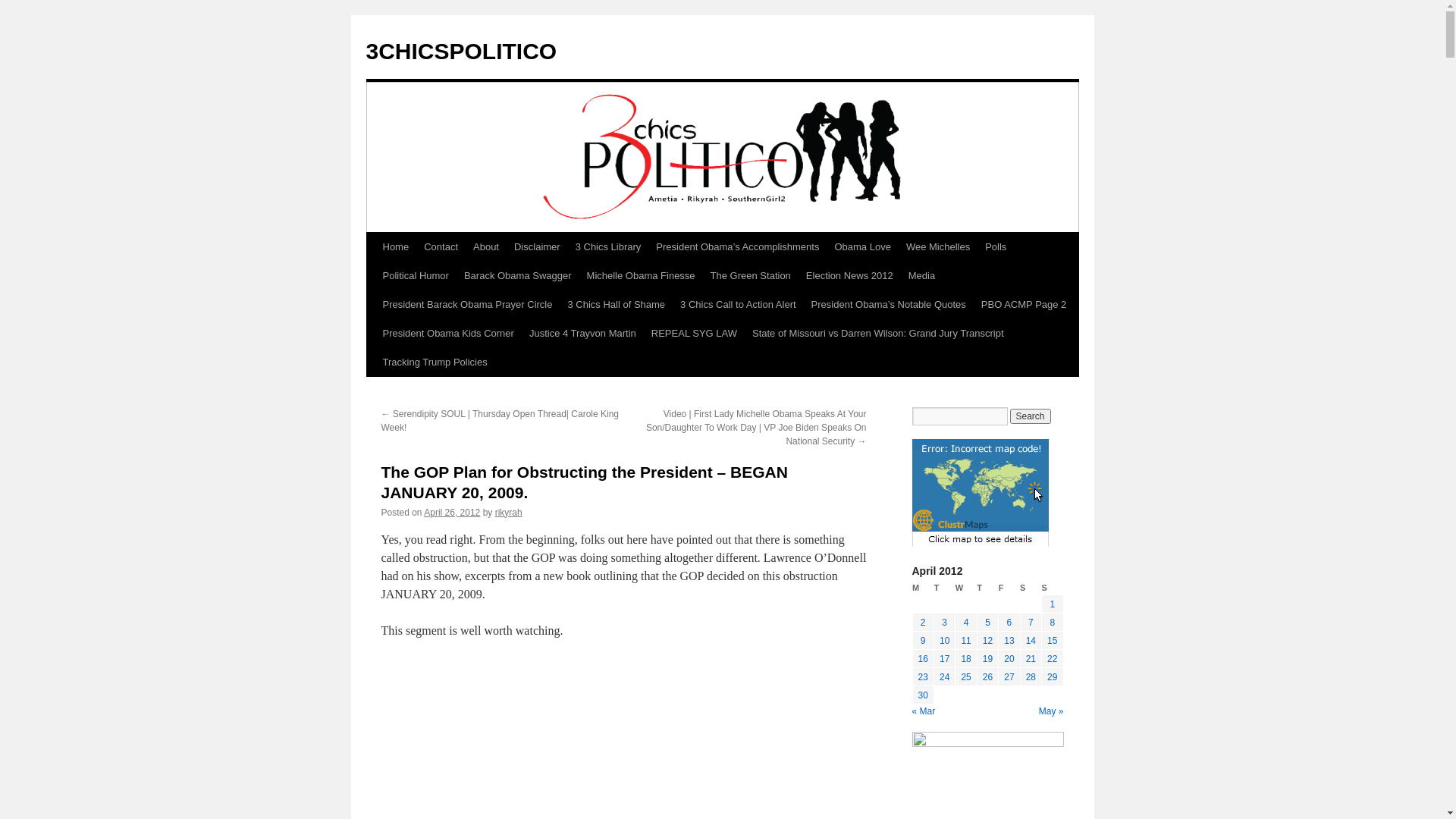 This screenshot has width=1456, height=819. What do you see at coordinates (460, 50) in the screenshot?
I see `'3CHICSPOLITICO'` at bounding box center [460, 50].